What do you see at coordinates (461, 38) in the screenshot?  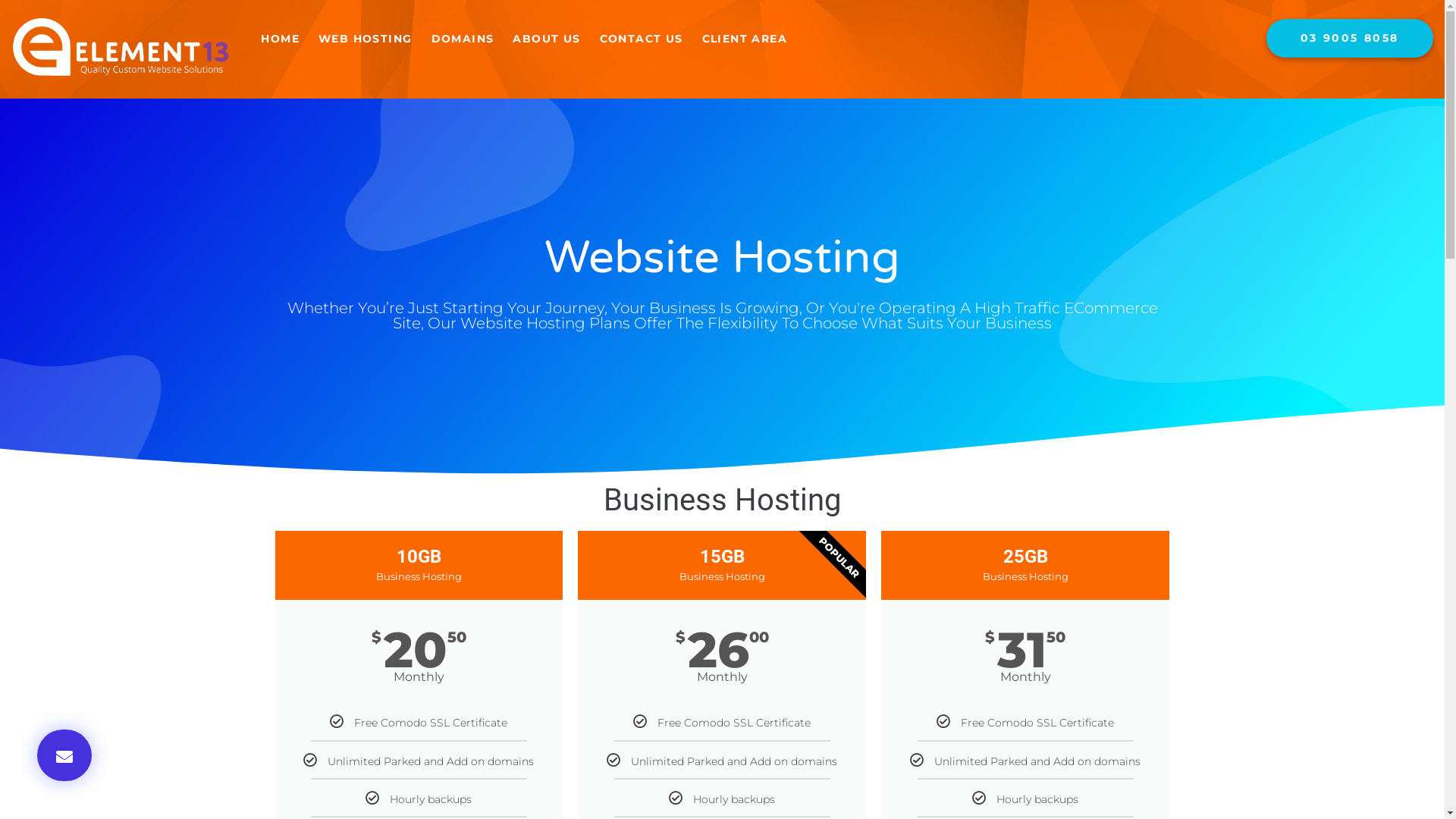 I see `'DOMAINS'` at bounding box center [461, 38].